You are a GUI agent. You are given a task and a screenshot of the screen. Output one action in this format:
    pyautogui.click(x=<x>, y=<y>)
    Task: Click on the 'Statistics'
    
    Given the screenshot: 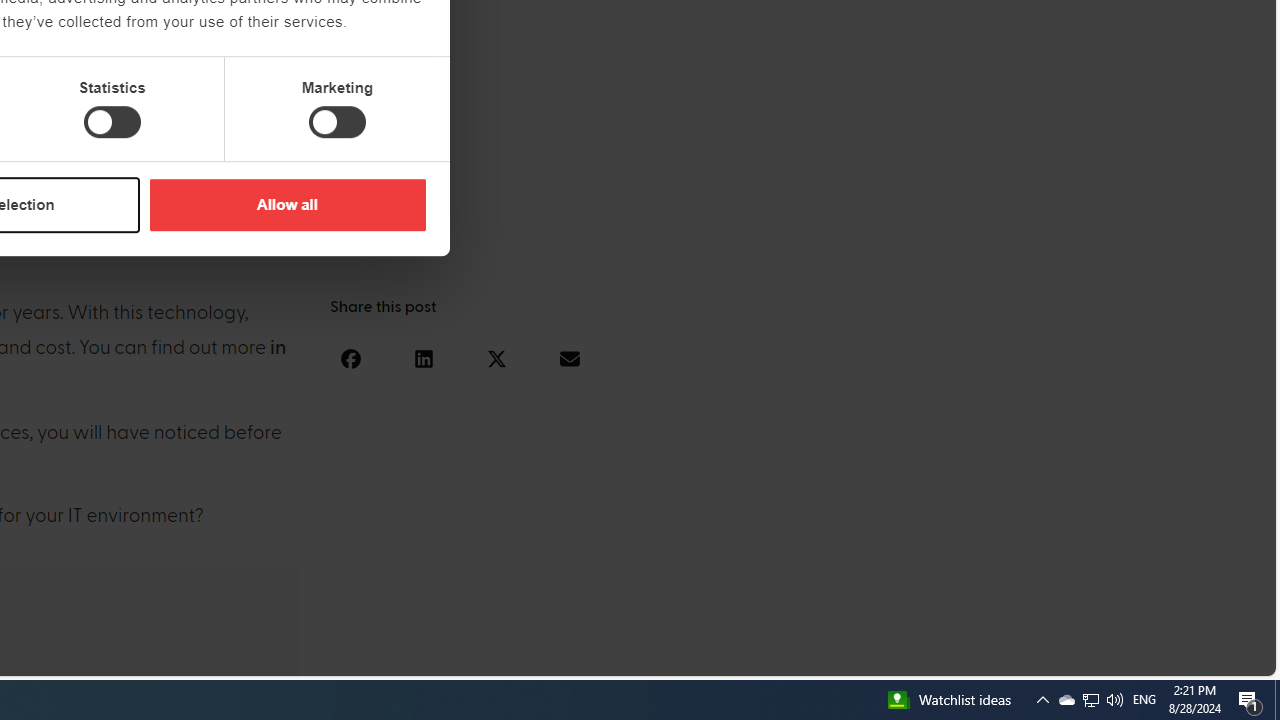 What is the action you would take?
    pyautogui.click(x=111, y=122)
    